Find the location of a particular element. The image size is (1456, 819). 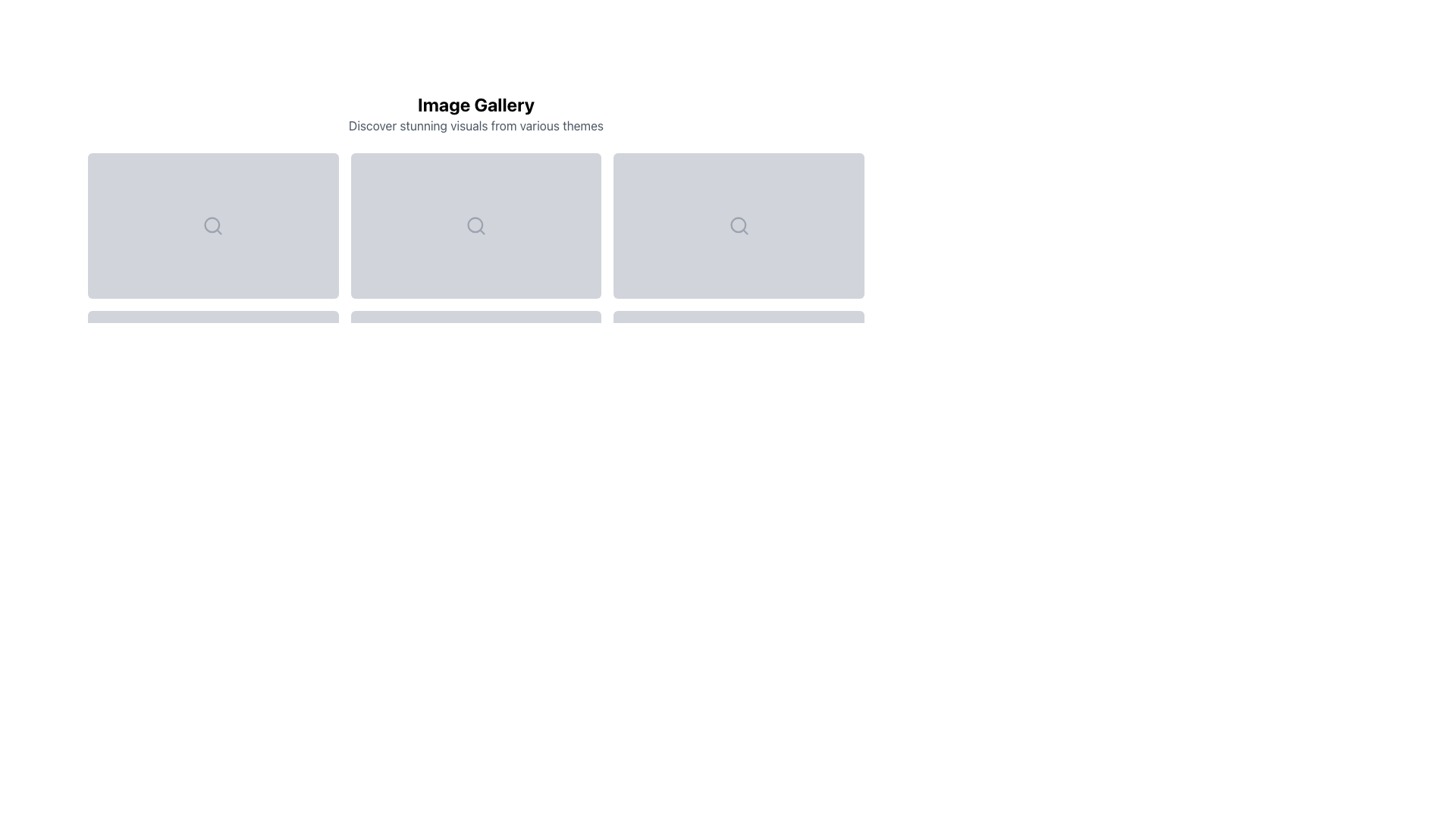

the image placeholder icon in the top left corner of the gallery is located at coordinates (212, 225).